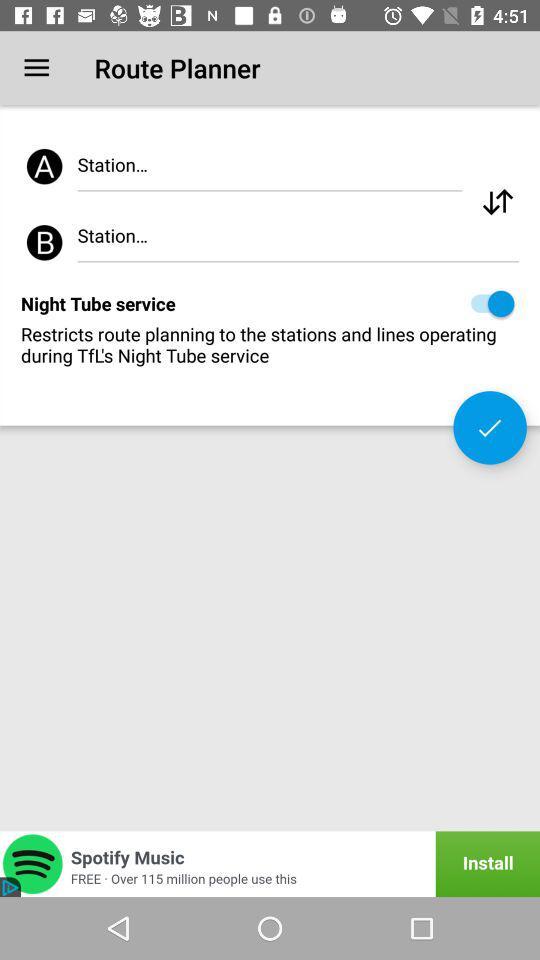  Describe the element at coordinates (489, 427) in the screenshot. I see `the icon below restricts route planning icon` at that location.